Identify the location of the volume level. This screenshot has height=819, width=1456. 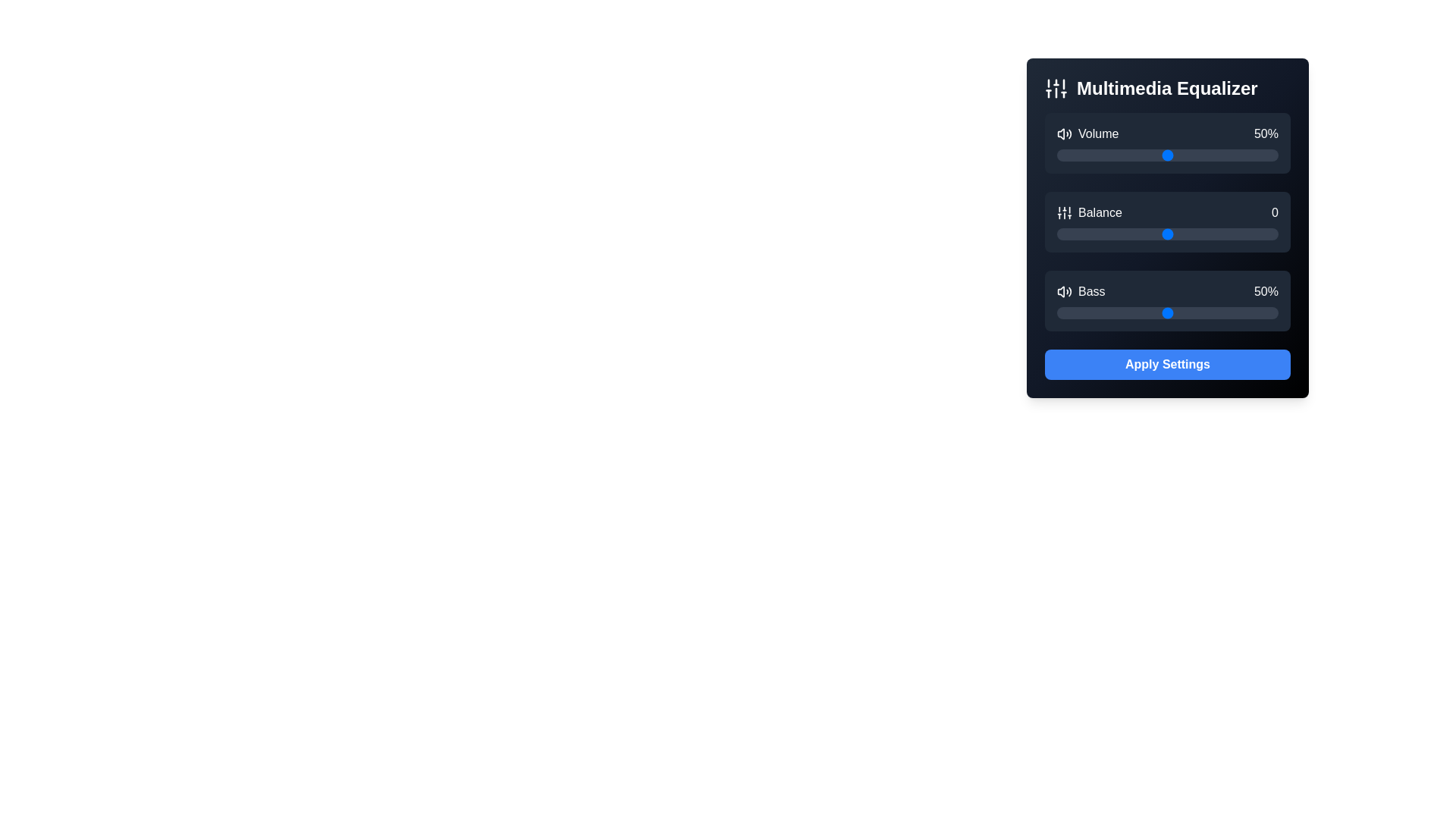
(1238, 155).